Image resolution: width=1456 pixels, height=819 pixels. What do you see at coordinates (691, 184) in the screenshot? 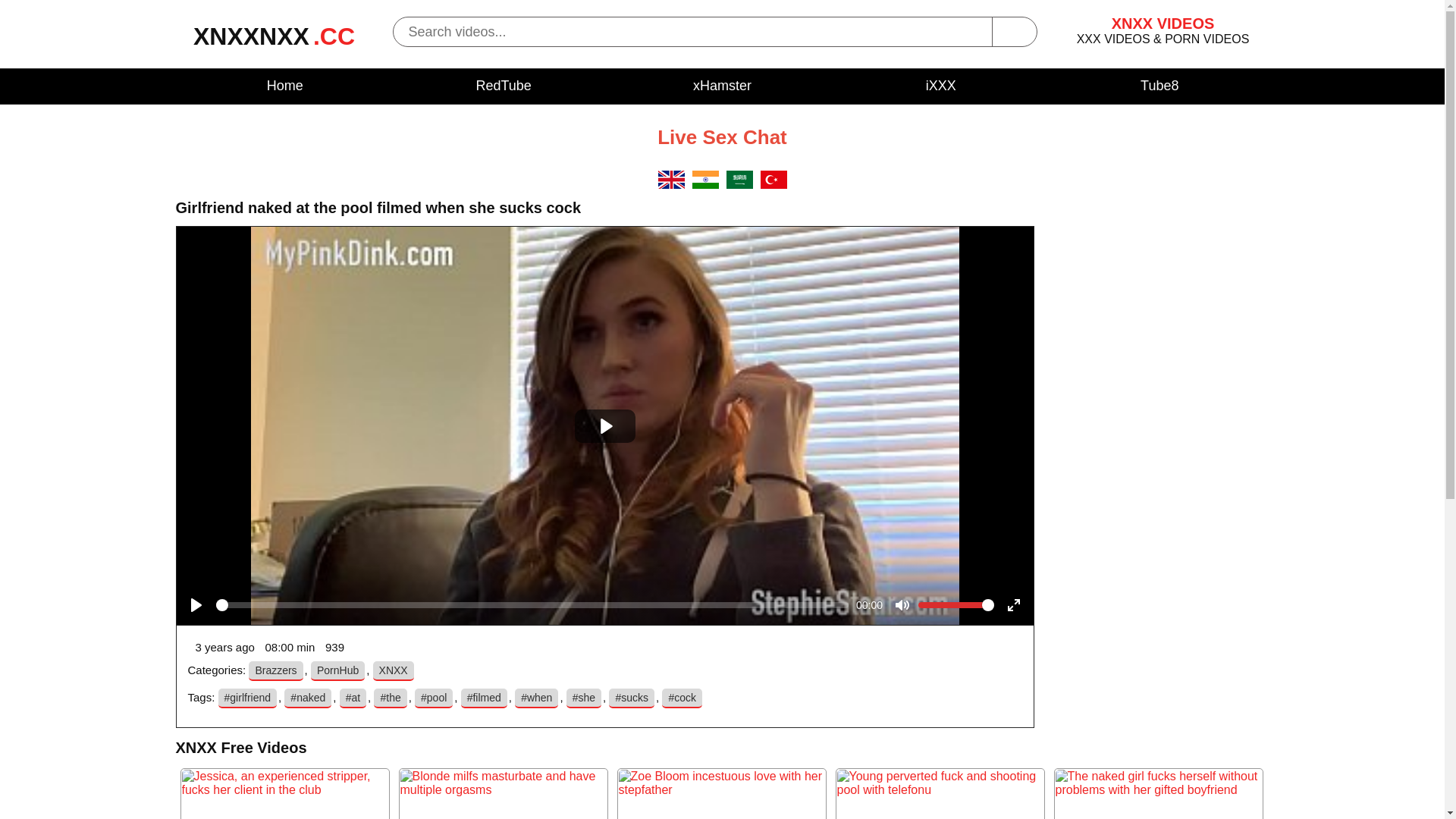
I see `'IN'` at bounding box center [691, 184].